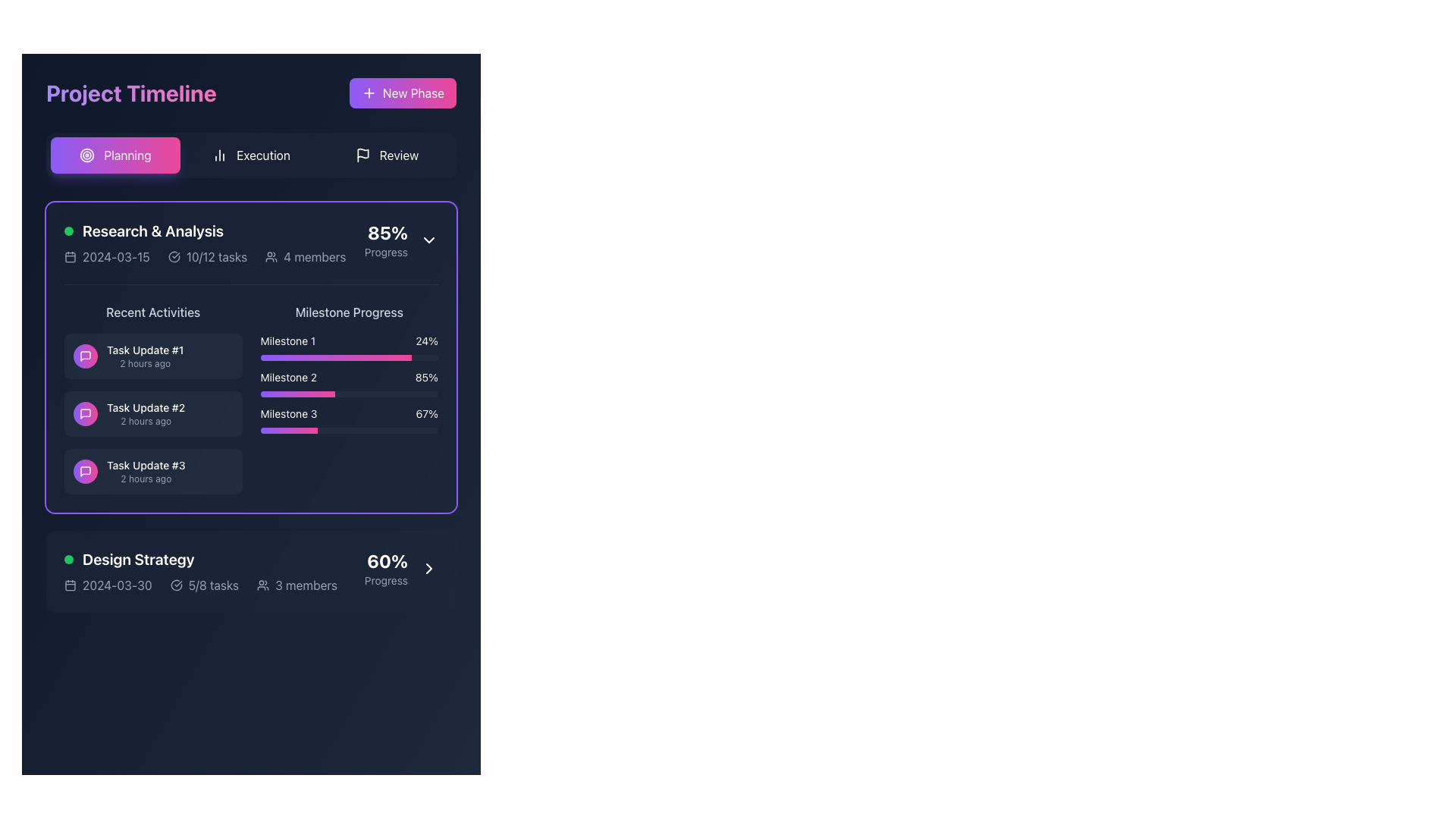 This screenshot has width=1456, height=819. Describe the element at coordinates (251, 571) in the screenshot. I see `the Informative card located at the bottom of the main interface` at that location.